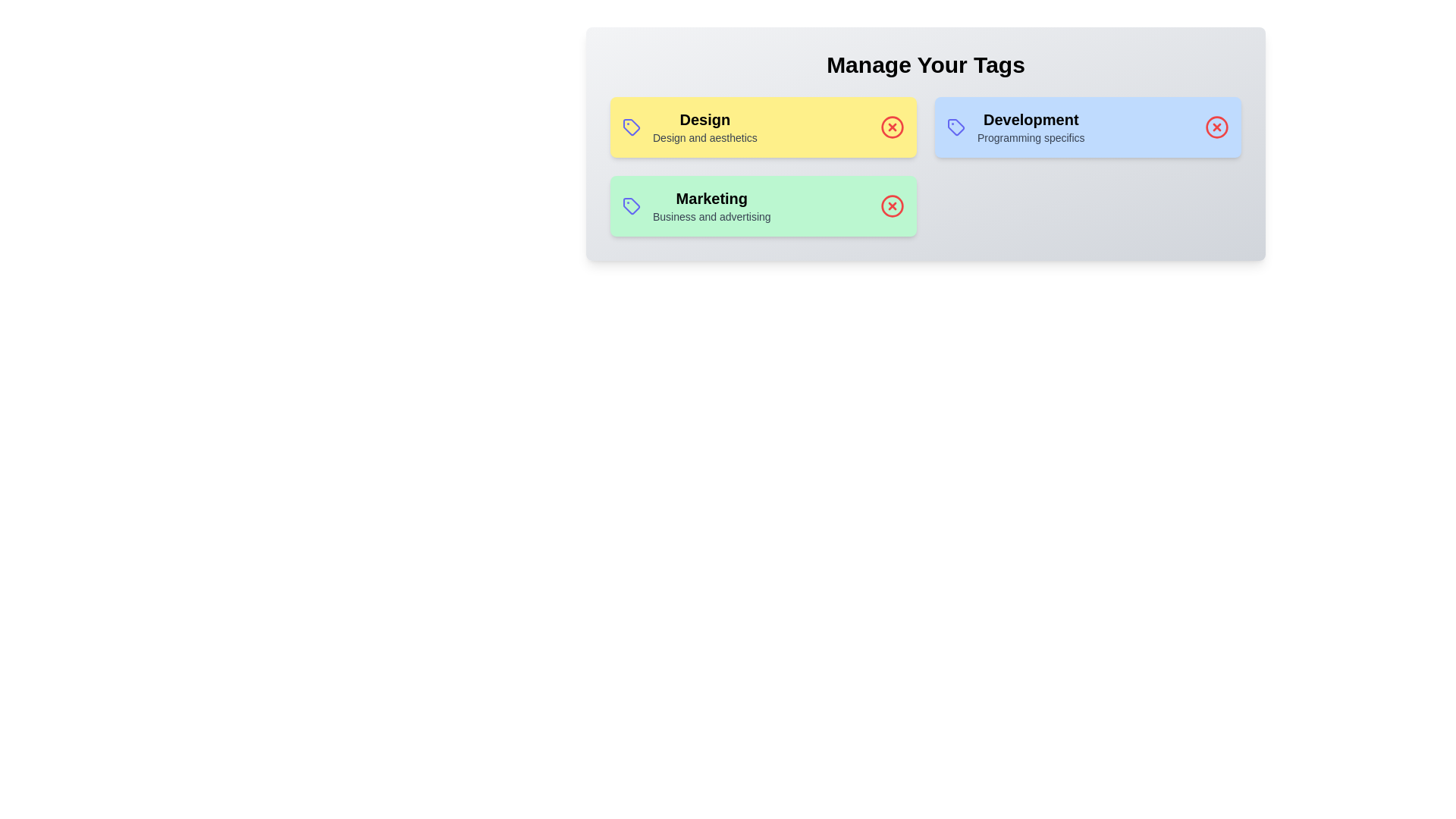 Image resolution: width=1456 pixels, height=819 pixels. What do you see at coordinates (1031, 119) in the screenshot?
I see `the description of the tag labeled Development` at bounding box center [1031, 119].